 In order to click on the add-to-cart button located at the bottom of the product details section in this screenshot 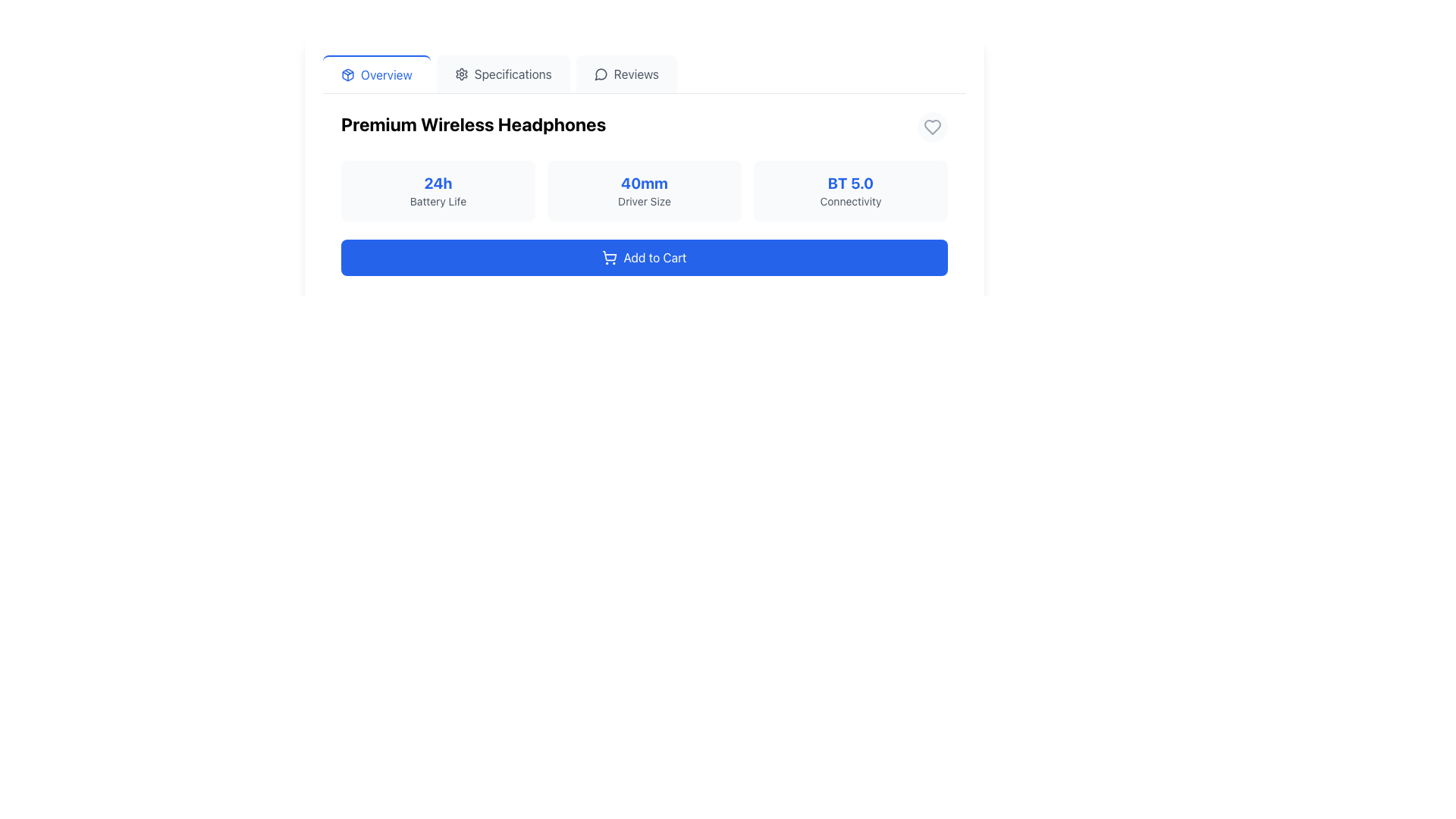, I will do `click(644, 256)`.